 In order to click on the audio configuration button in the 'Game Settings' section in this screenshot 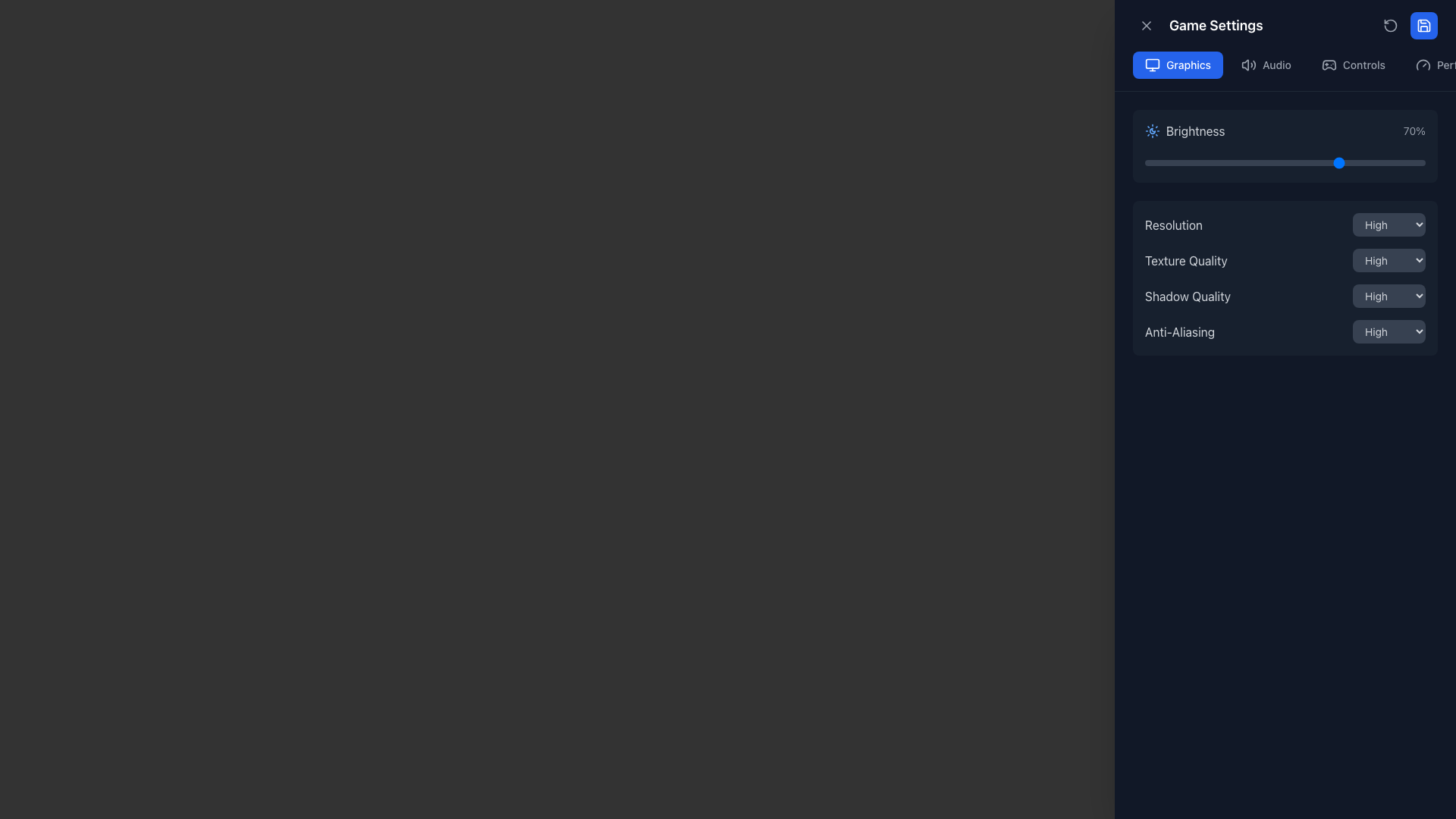, I will do `click(1284, 64)`.